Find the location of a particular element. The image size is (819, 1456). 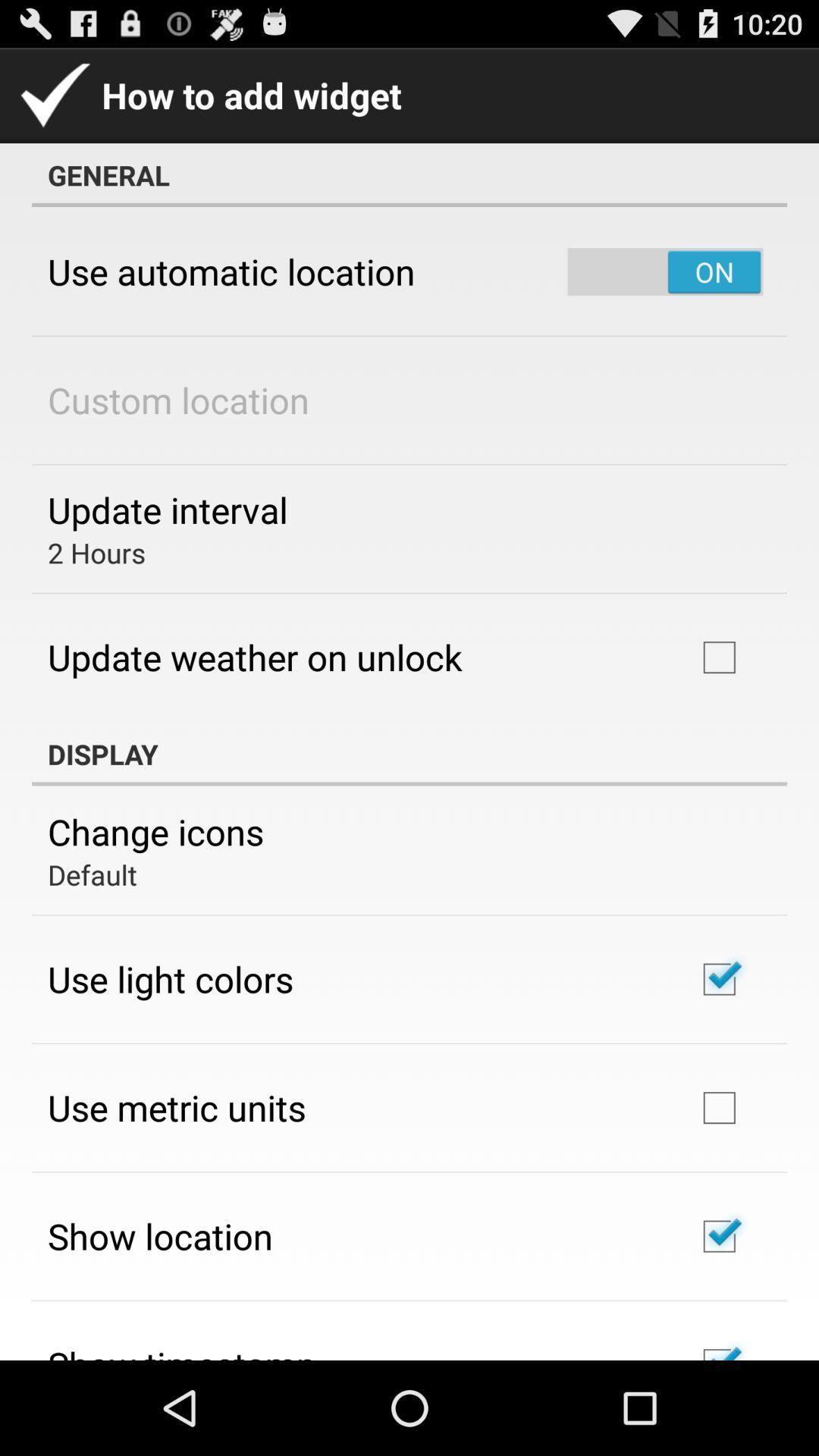

2 hours is located at coordinates (96, 552).